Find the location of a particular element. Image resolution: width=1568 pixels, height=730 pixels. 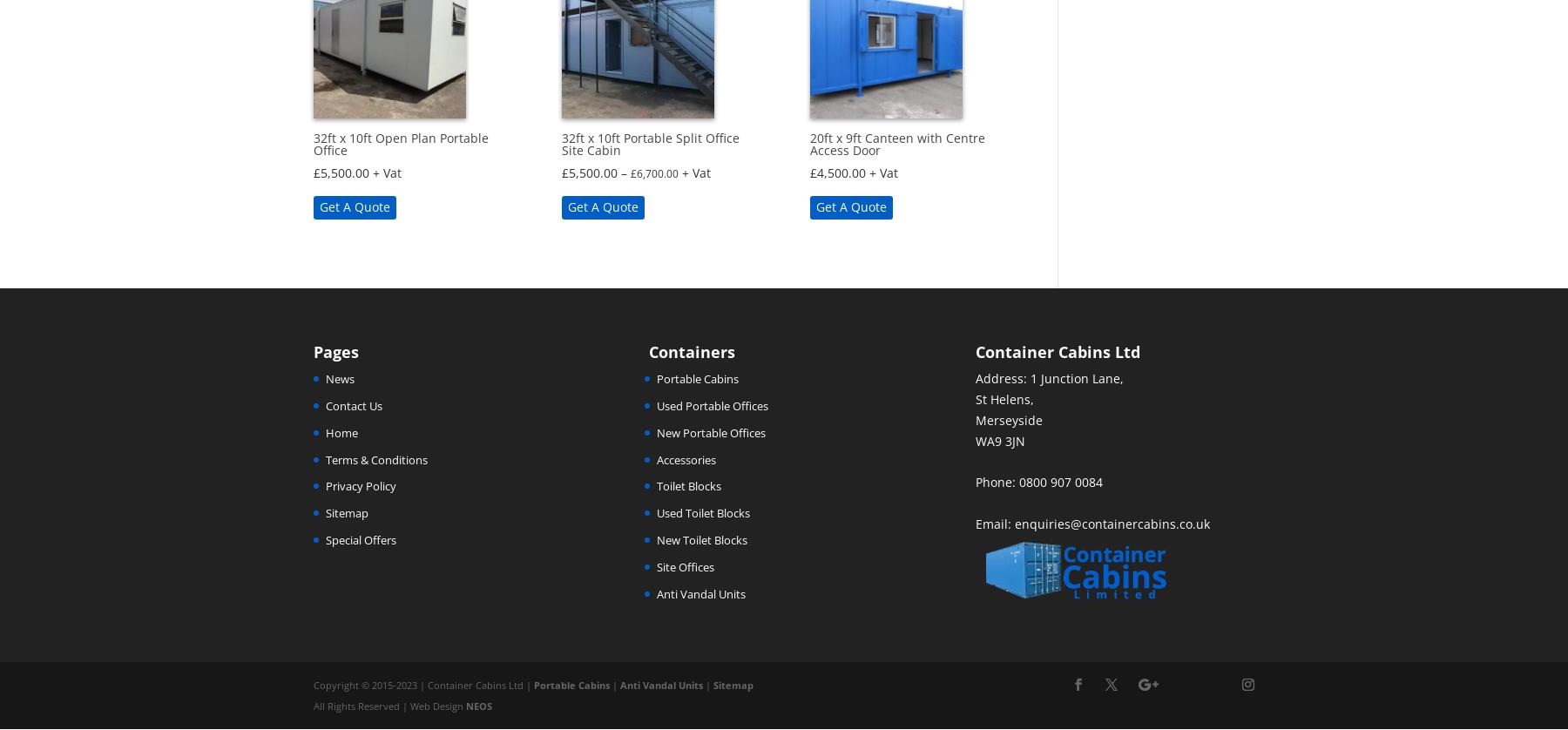

'New Toilet Blocks' is located at coordinates (700, 540).